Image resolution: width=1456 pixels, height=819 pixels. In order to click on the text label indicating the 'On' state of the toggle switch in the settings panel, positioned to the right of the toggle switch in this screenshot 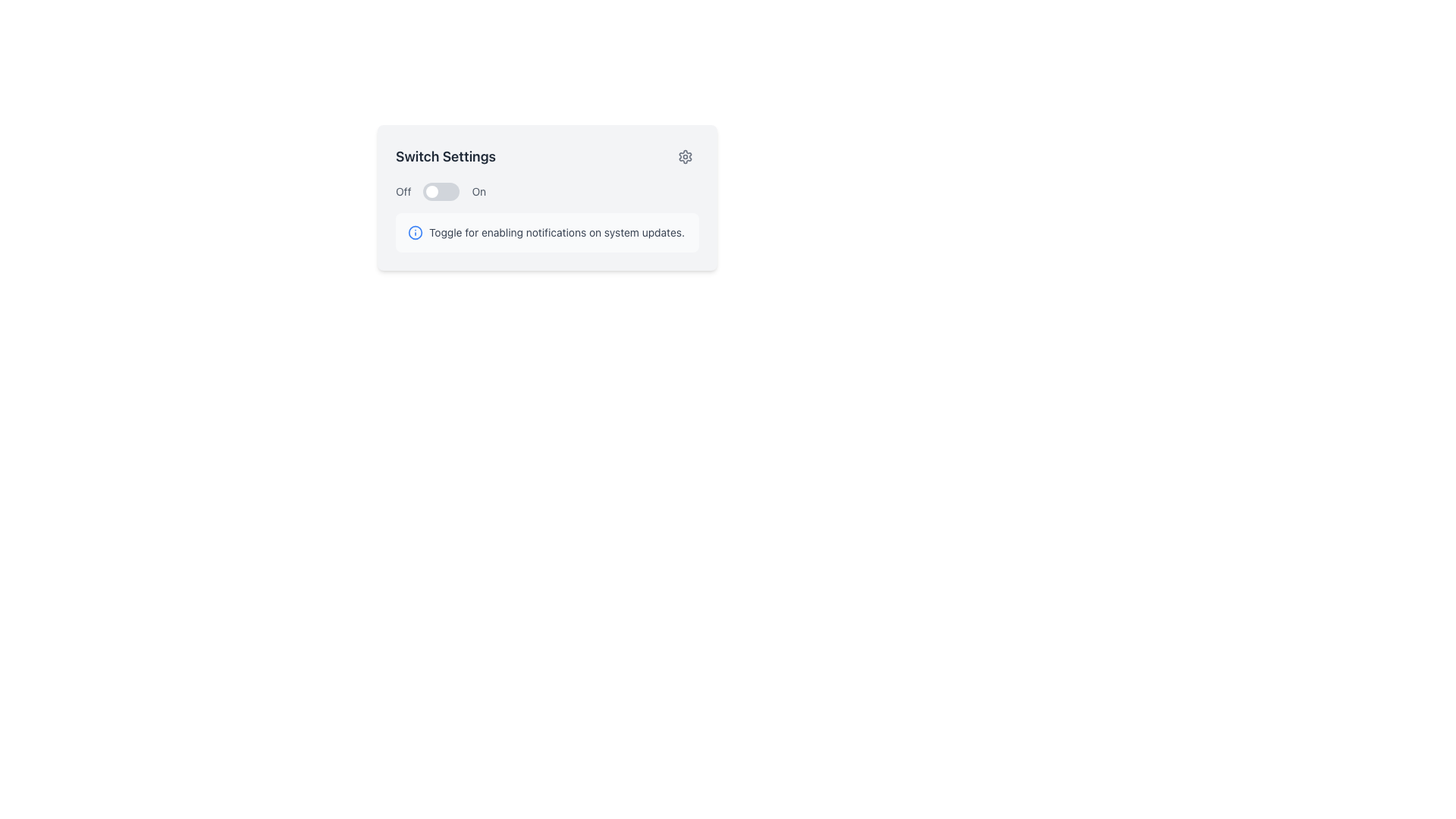, I will do `click(478, 191)`.